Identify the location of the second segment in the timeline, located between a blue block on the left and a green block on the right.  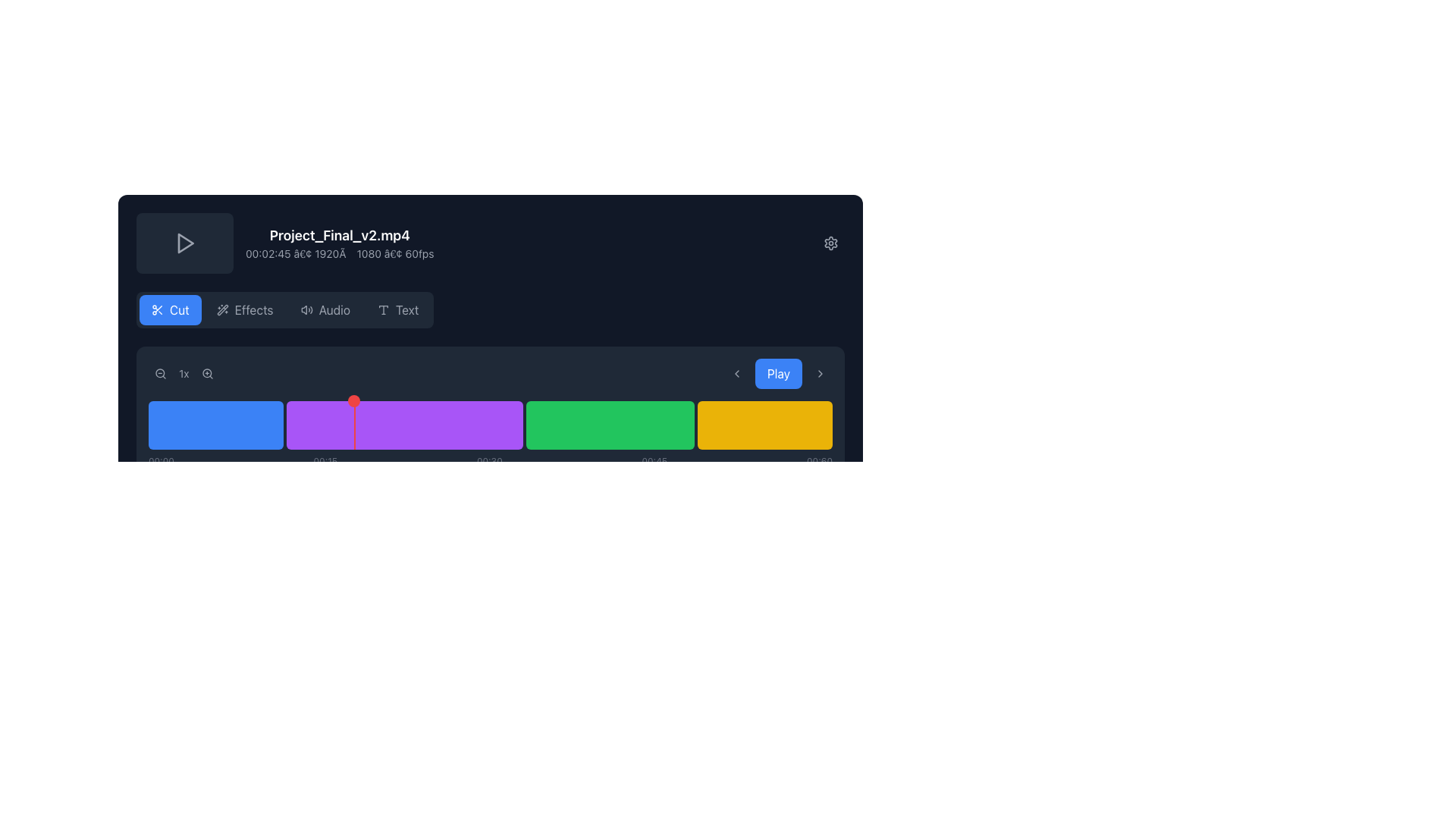
(404, 425).